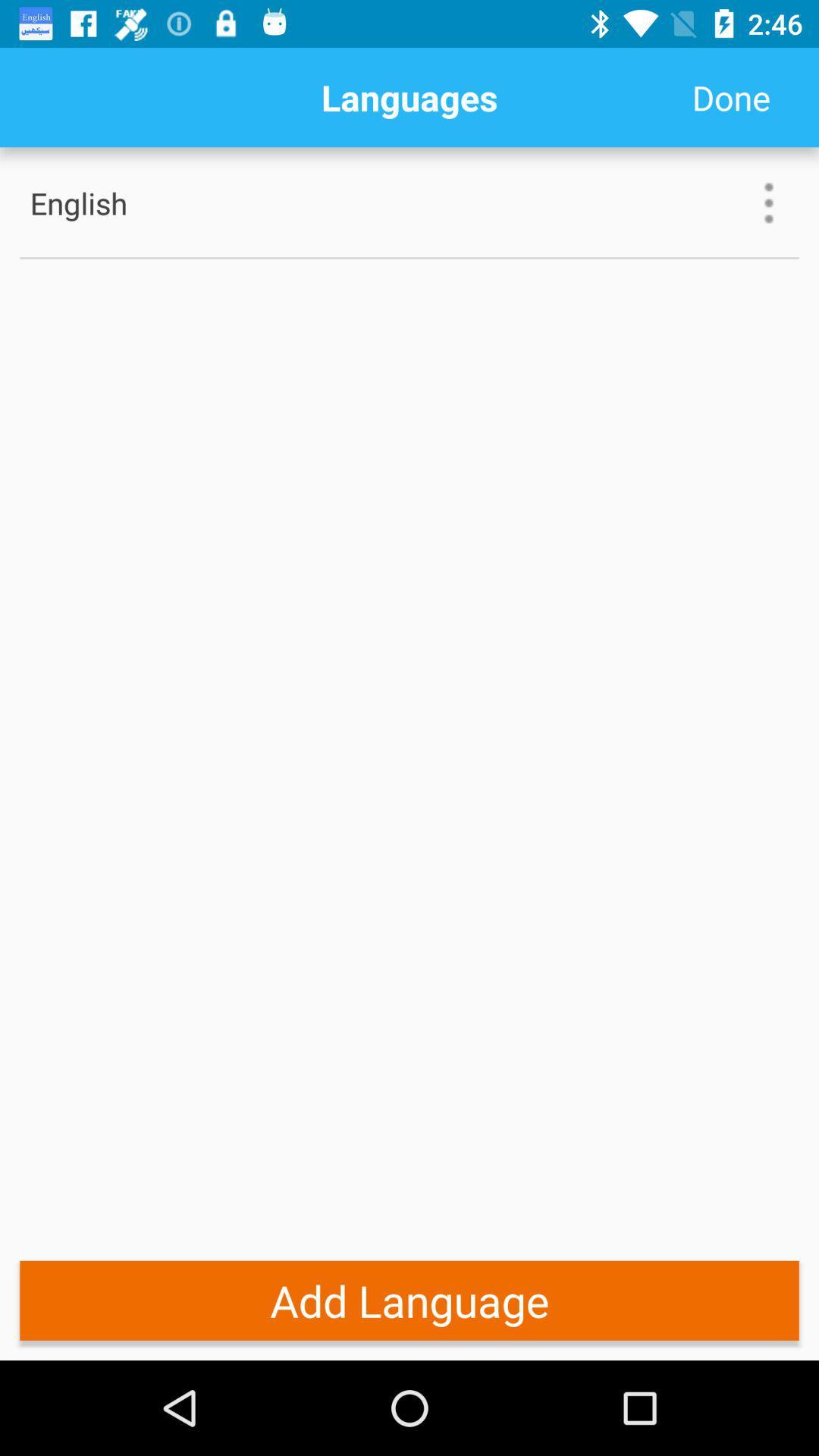 This screenshot has height=1456, width=819. I want to click on done item, so click(730, 96).